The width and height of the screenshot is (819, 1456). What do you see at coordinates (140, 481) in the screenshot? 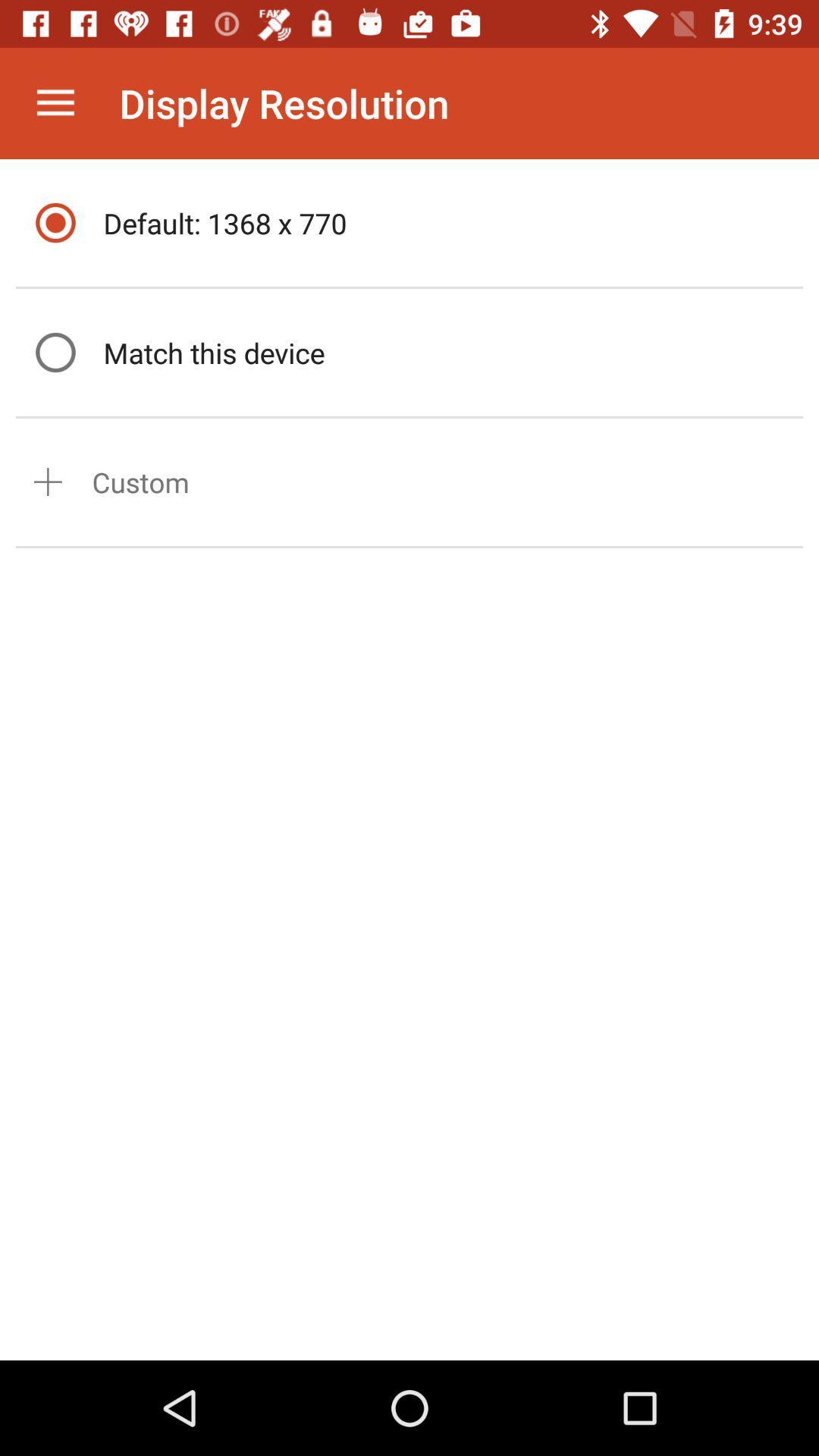
I see `the custom item` at bounding box center [140, 481].